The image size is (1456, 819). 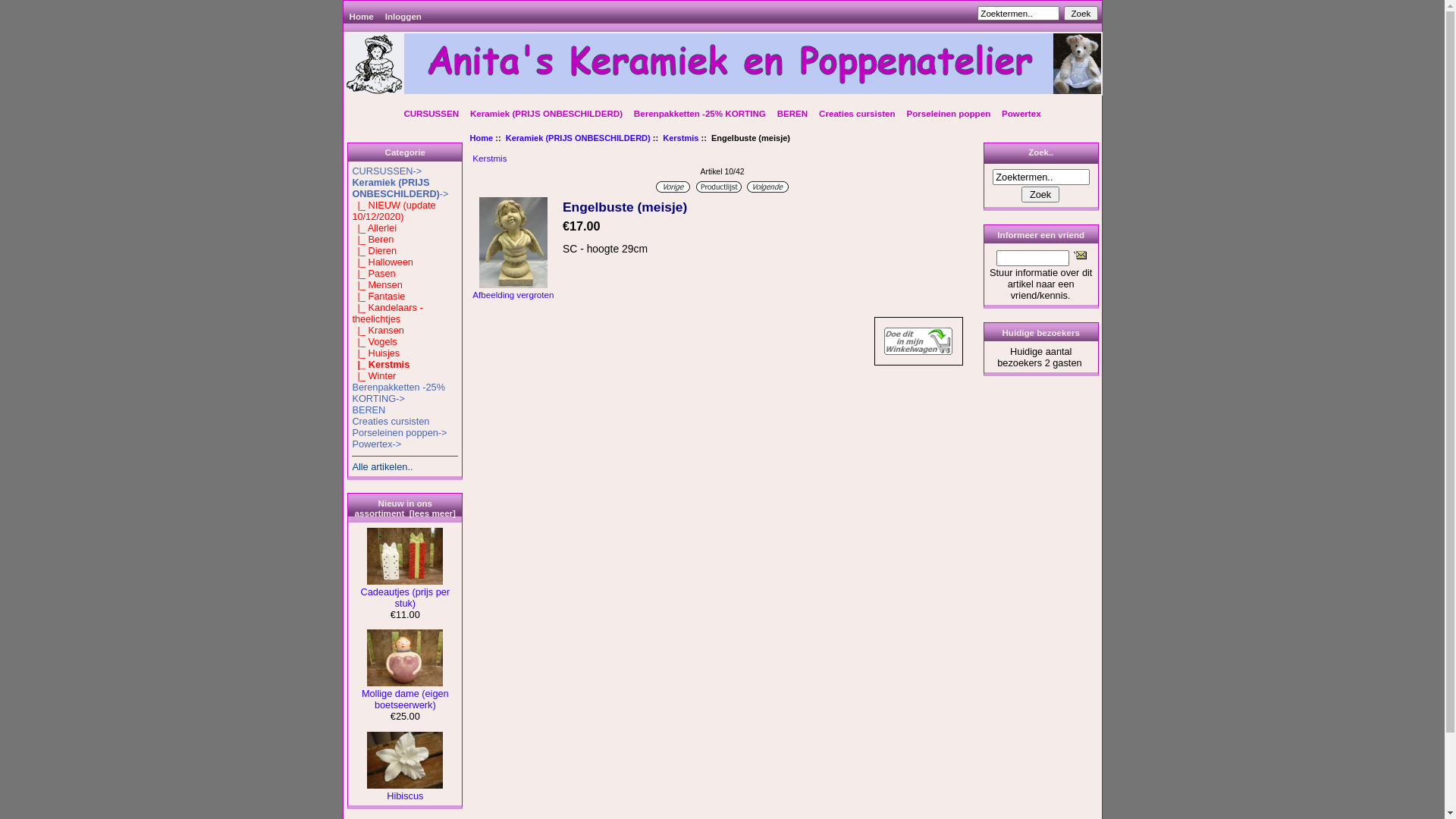 I want to click on '  |_ Vogels', so click(x=374, y=341).